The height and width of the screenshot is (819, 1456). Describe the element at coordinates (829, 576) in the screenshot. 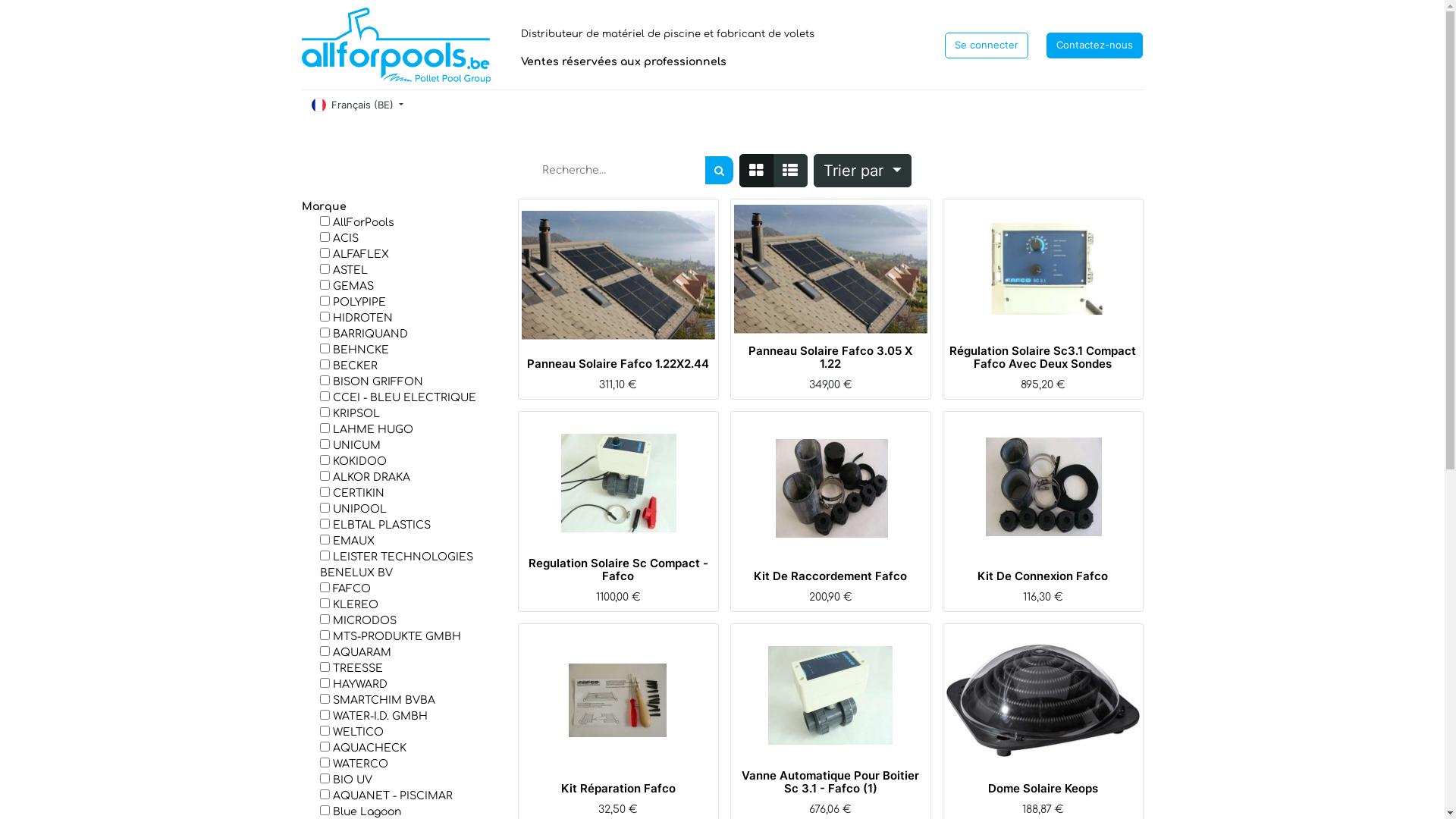

I see `'Kit De Raccordement Fafco'` at that location.